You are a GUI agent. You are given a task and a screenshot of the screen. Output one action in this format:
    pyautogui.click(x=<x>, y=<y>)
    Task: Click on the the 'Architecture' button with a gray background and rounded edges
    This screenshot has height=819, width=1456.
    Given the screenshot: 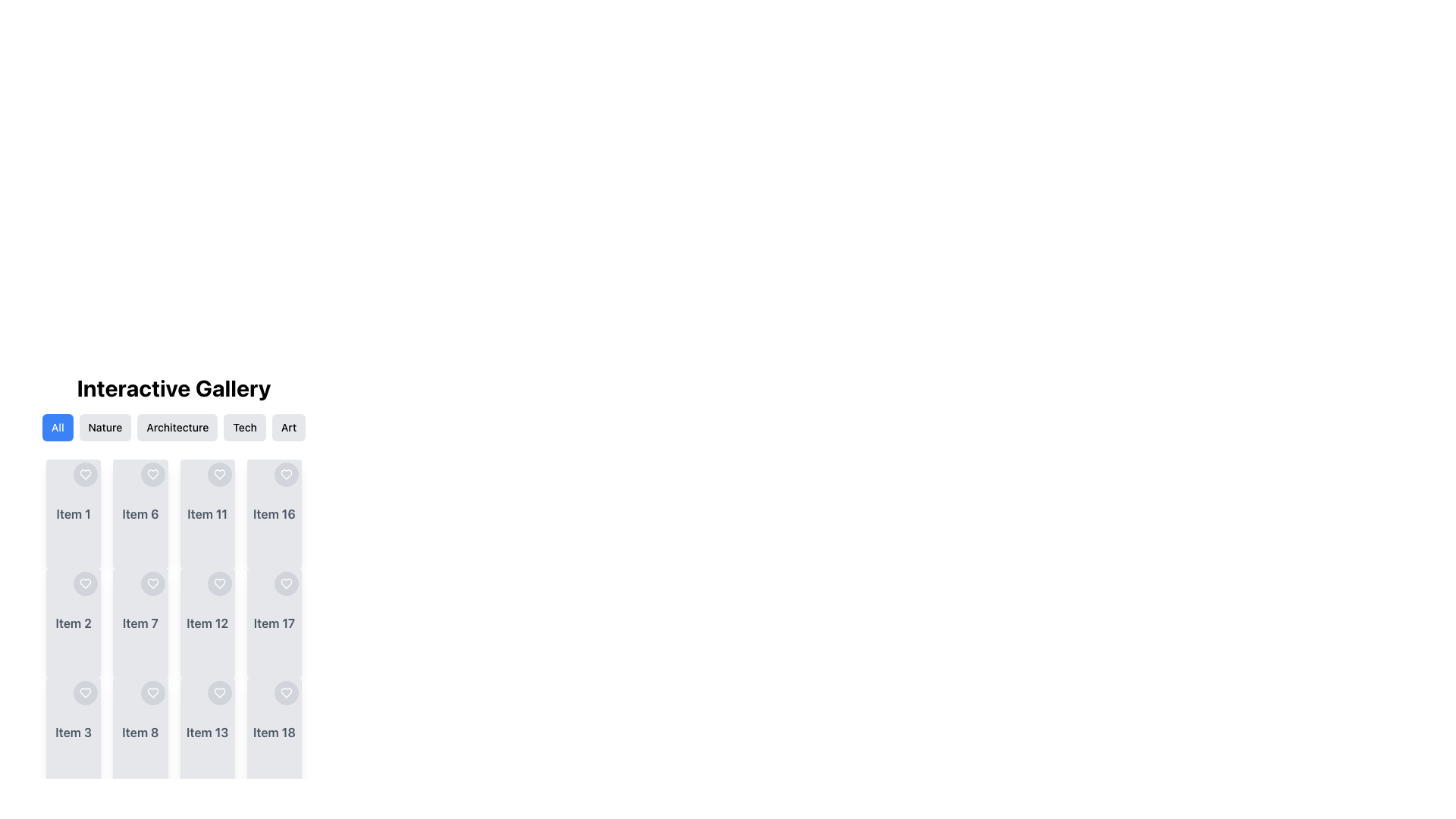 What is the action you would take?
    pyautogui.click(x=177, y=427)
    